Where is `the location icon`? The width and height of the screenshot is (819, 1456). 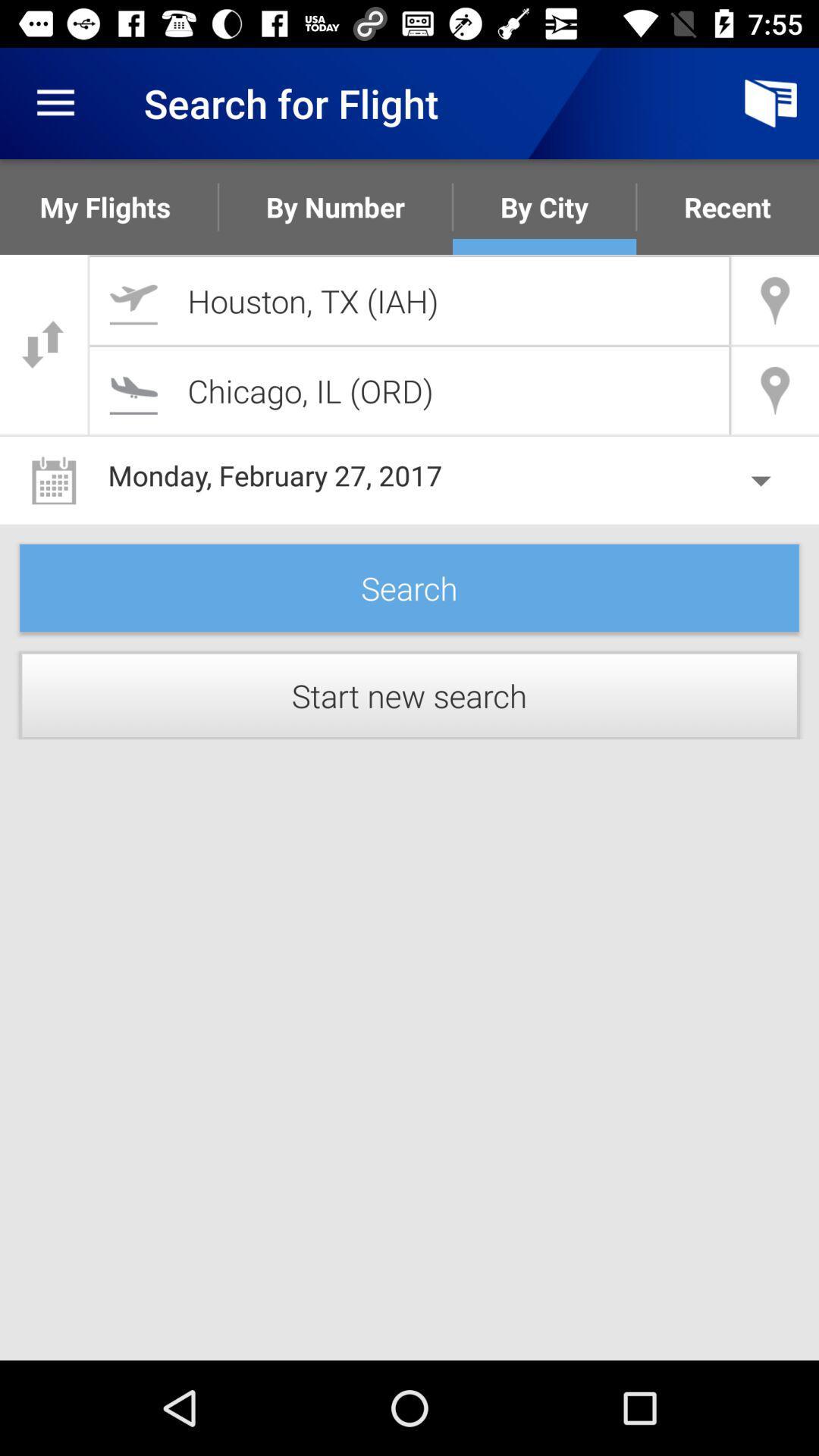 the location icon is located at coordinates (775, 391).